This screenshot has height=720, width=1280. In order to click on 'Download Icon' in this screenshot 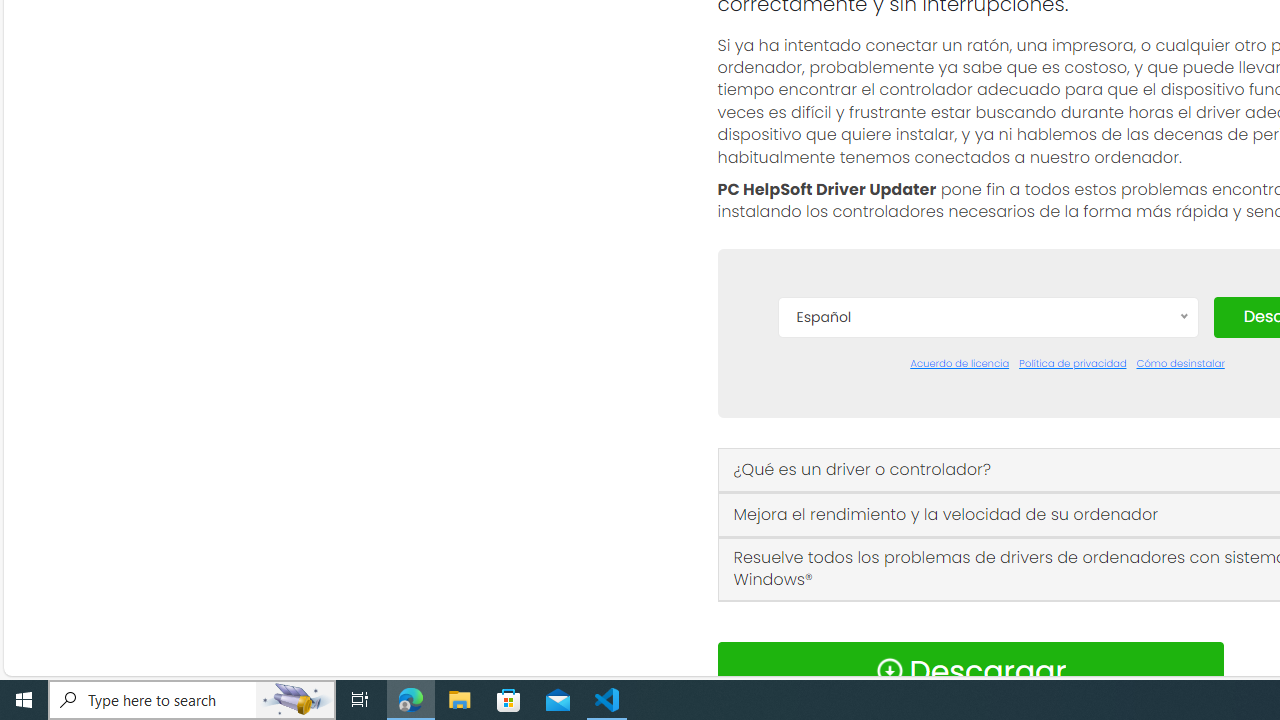, I will do `click(888, 671)`.